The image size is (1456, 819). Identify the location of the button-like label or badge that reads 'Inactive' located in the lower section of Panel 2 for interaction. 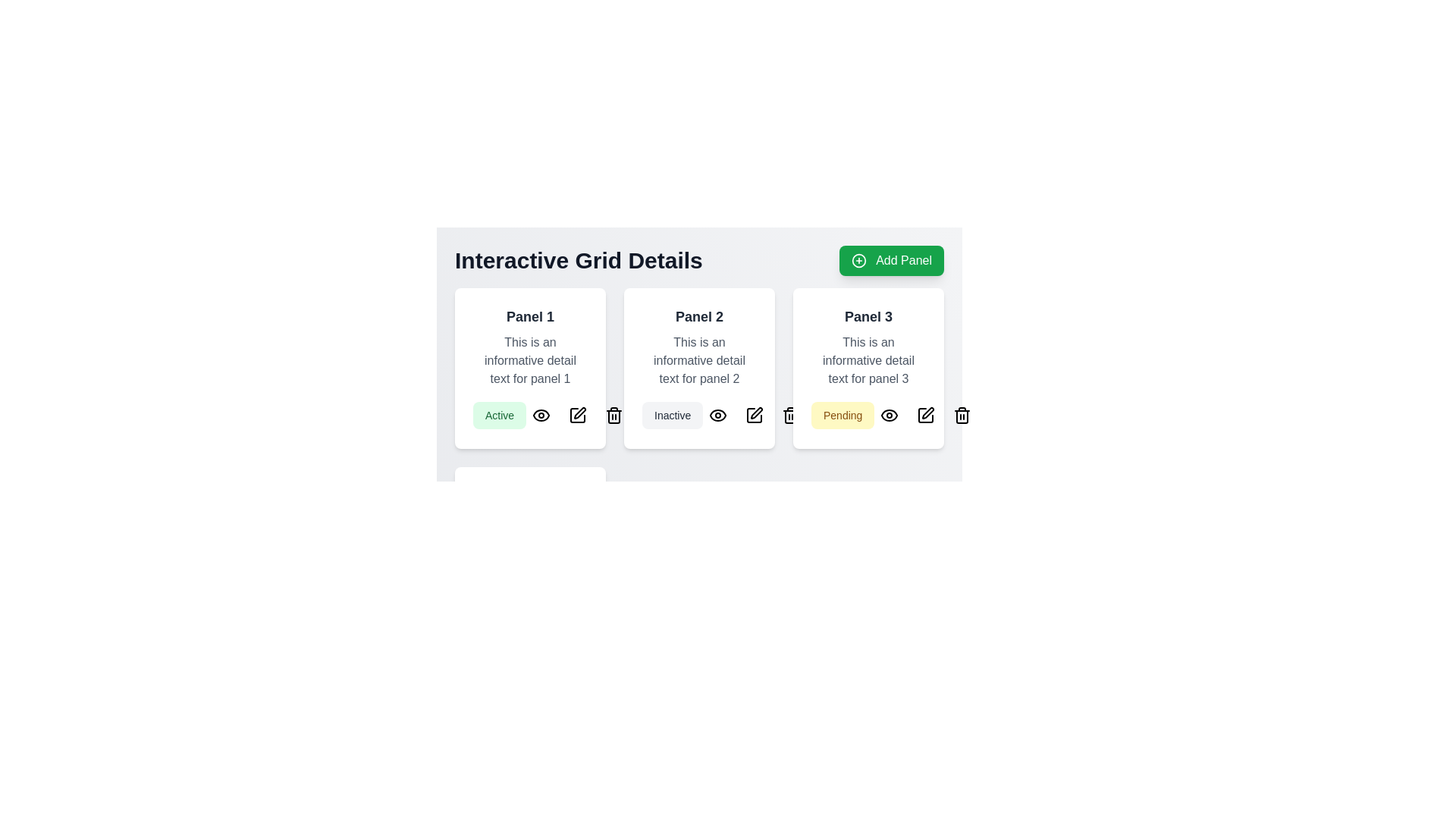
(672, 415).